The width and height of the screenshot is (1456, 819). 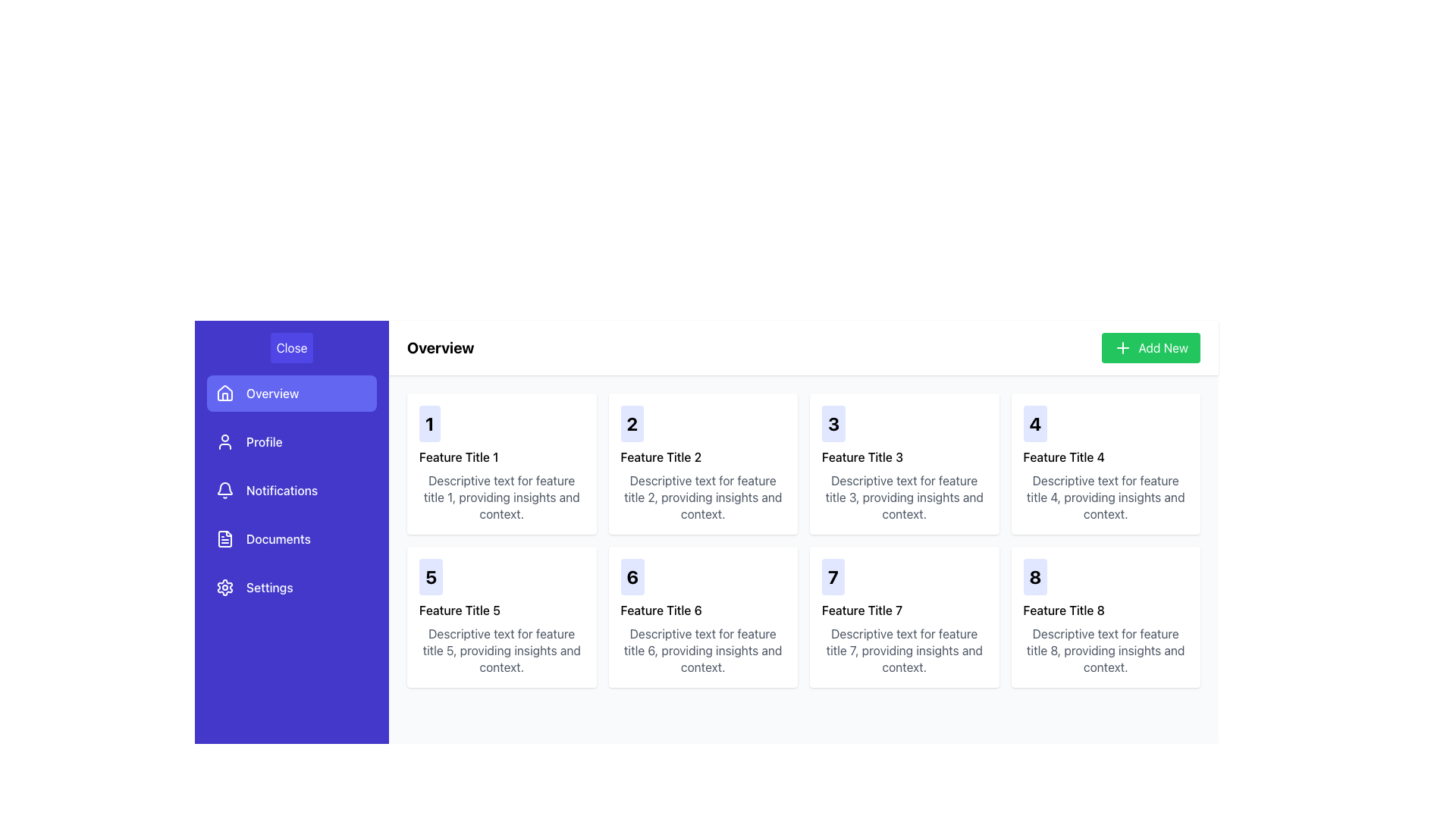 What do you see at coordinates (224, 396) in the screenshot?
I see `the door element located at the bottom of the house icon in the left navigation bar next to the 'Overview' text` at bounding box center [224, 396].